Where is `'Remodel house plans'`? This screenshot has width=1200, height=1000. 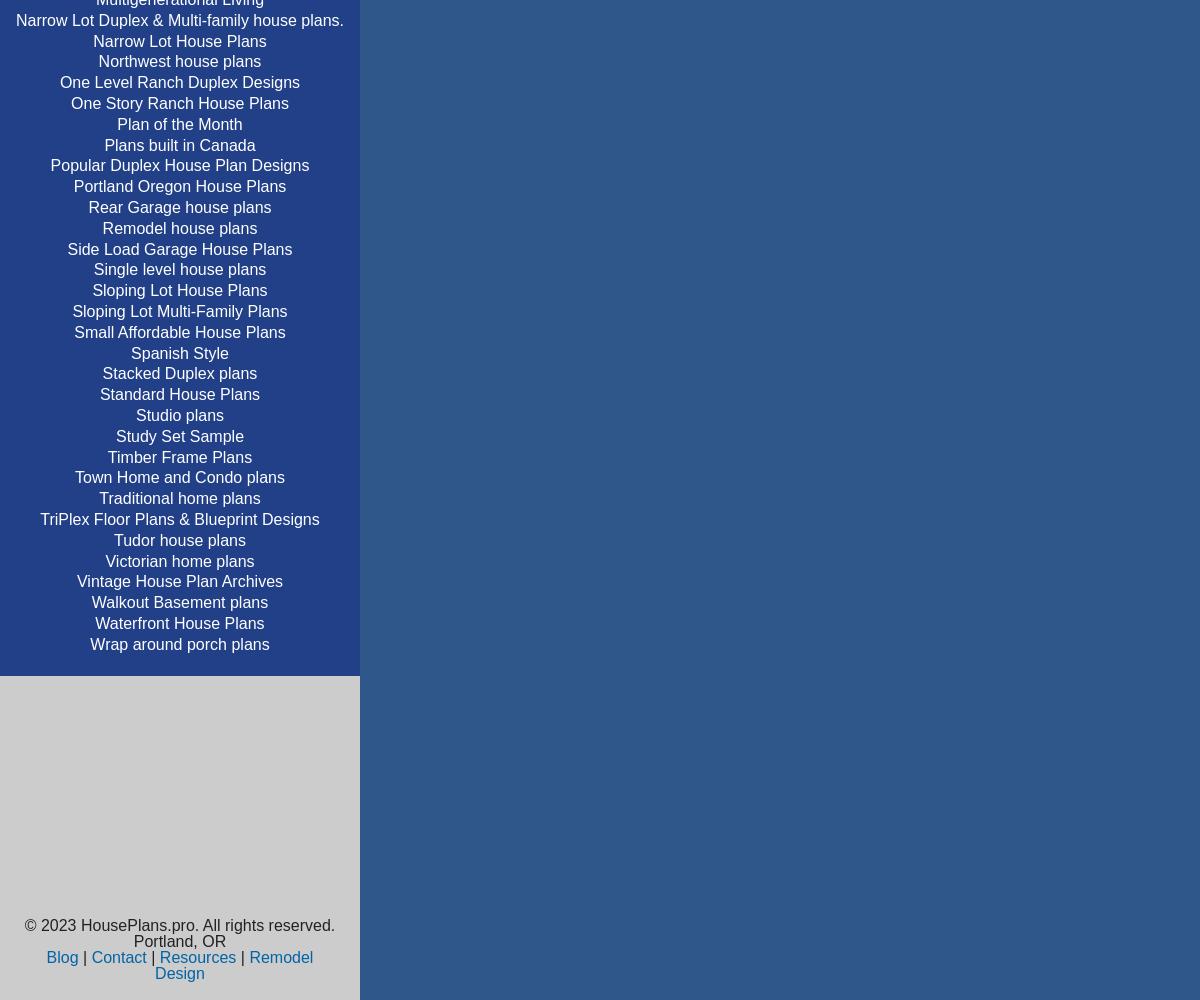 'Remodel house plans' is located at coordinates (178, 226).